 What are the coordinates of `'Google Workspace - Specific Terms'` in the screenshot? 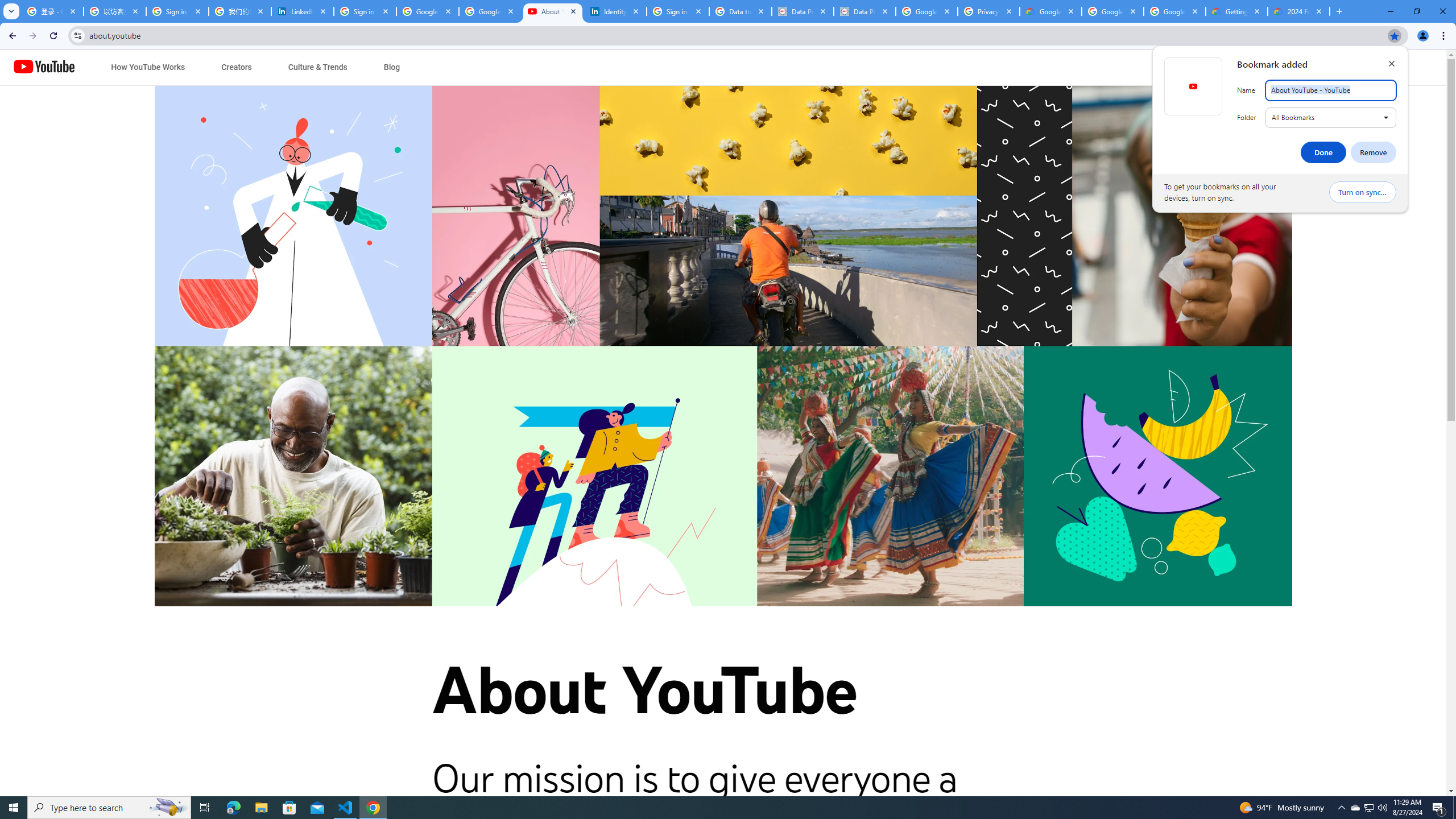 It's located at (1174, 11).